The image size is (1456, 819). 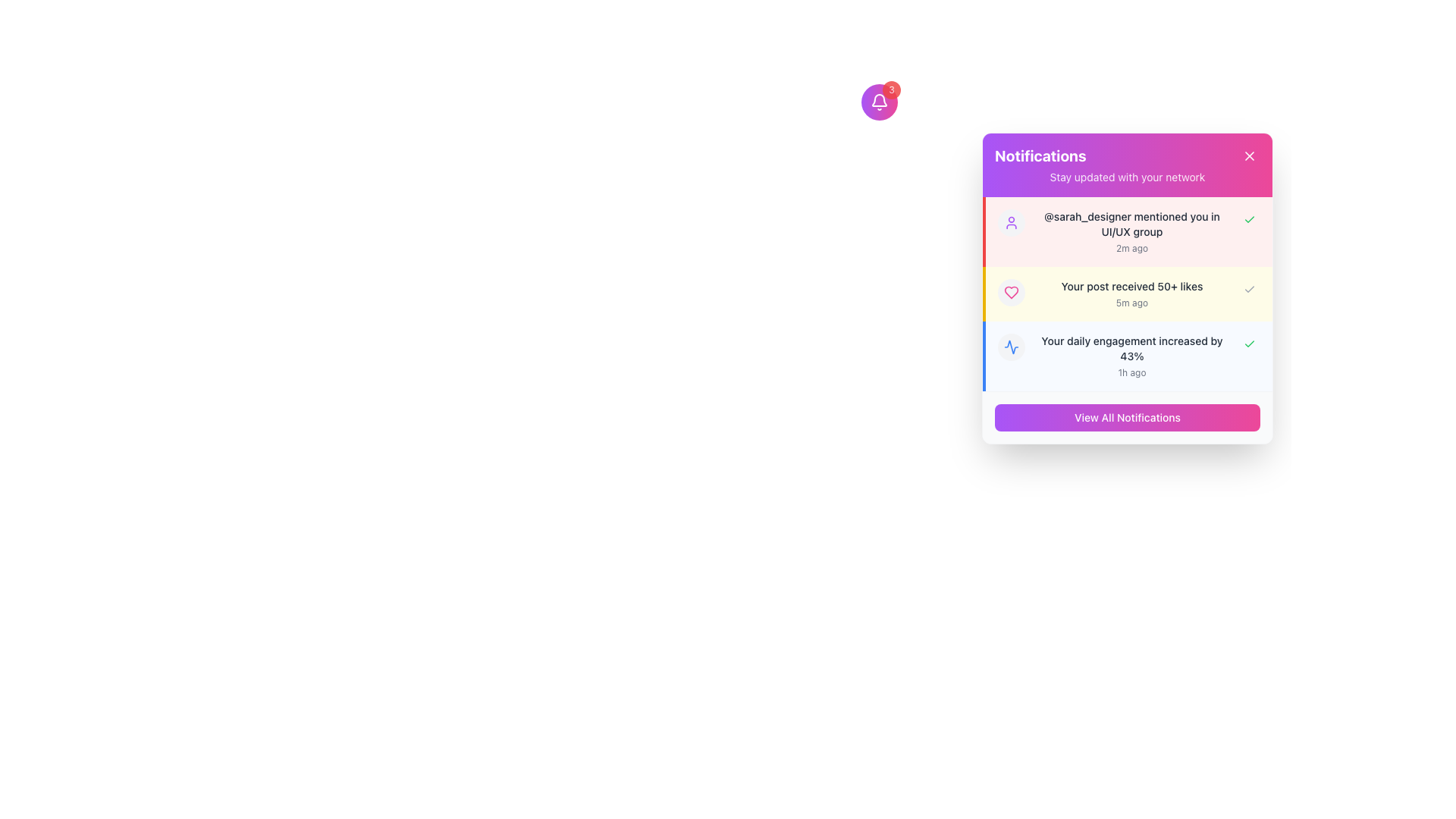 What do you see at coordinates (1128, 356) in the screenshot?
I see `the Notification card element that has a light blue background, a bold text stating 'Your daily engagement increased by 43%', and is located at the bottom of the notifications panel` at bounding box center [1128, 356].